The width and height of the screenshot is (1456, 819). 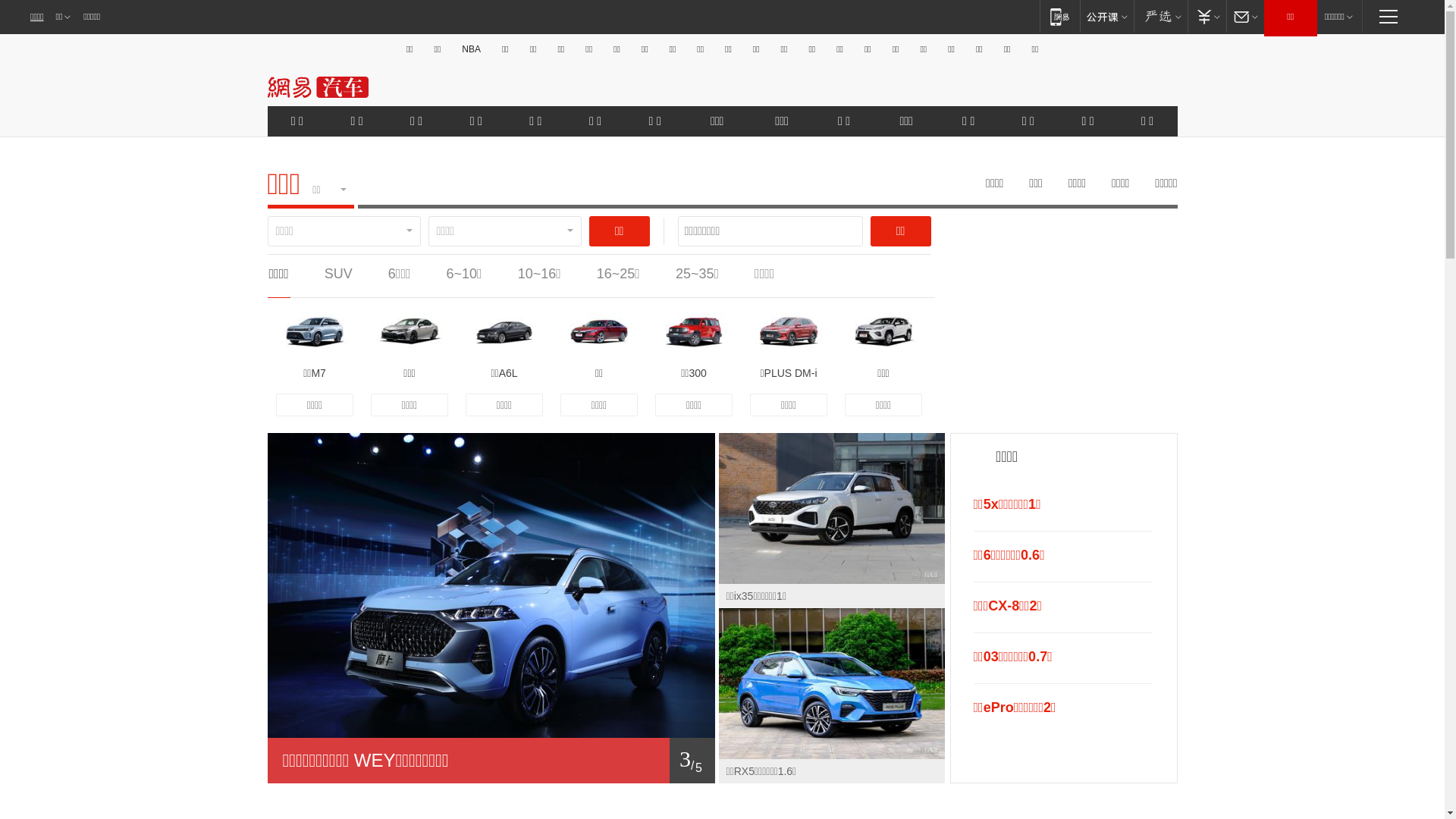 What do you see at coordinates (337, 274) in the screenshot?
I see `'SUV'` at bounding box center [337, 274].